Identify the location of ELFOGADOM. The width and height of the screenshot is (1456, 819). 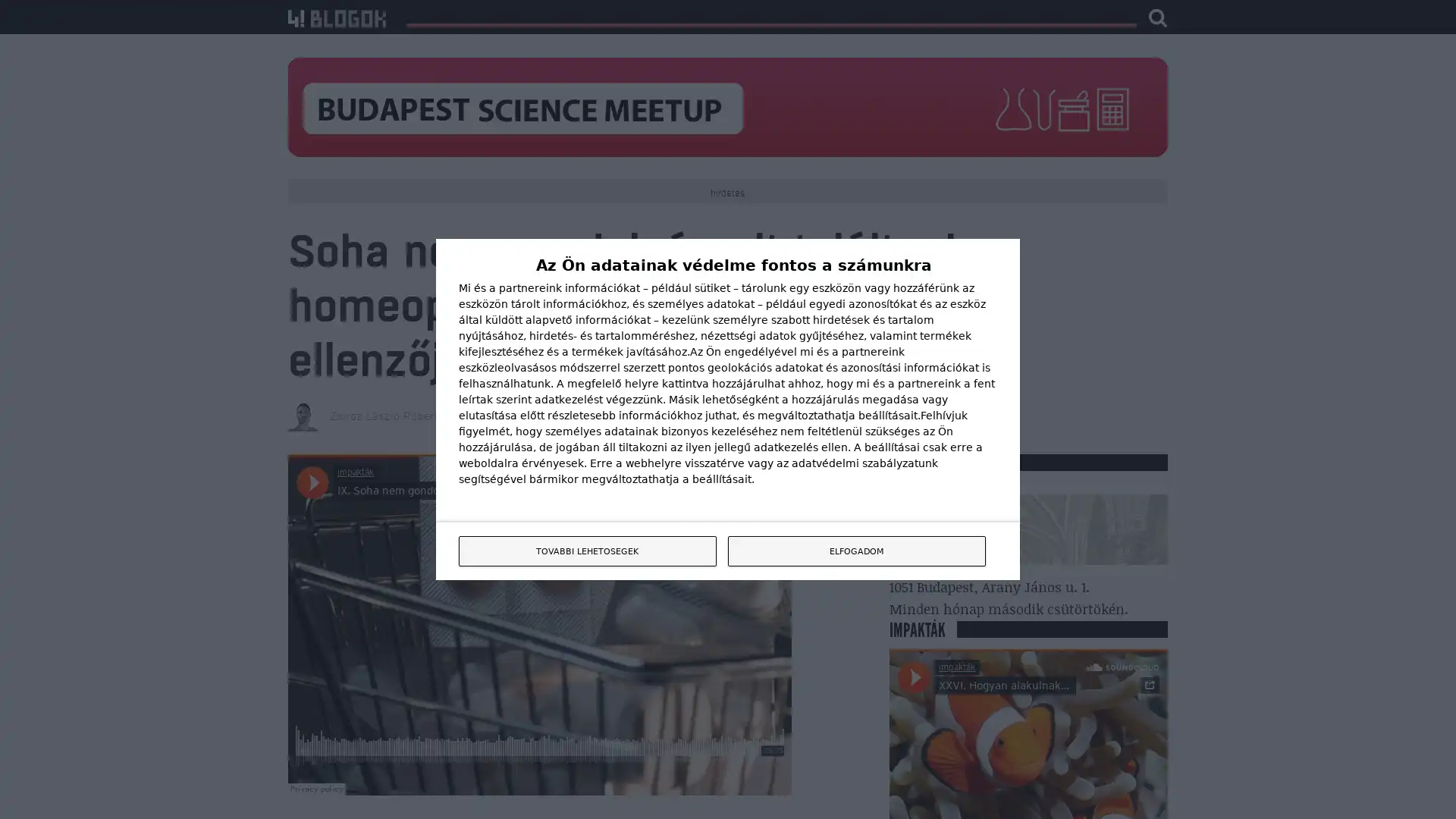
(856, 551).